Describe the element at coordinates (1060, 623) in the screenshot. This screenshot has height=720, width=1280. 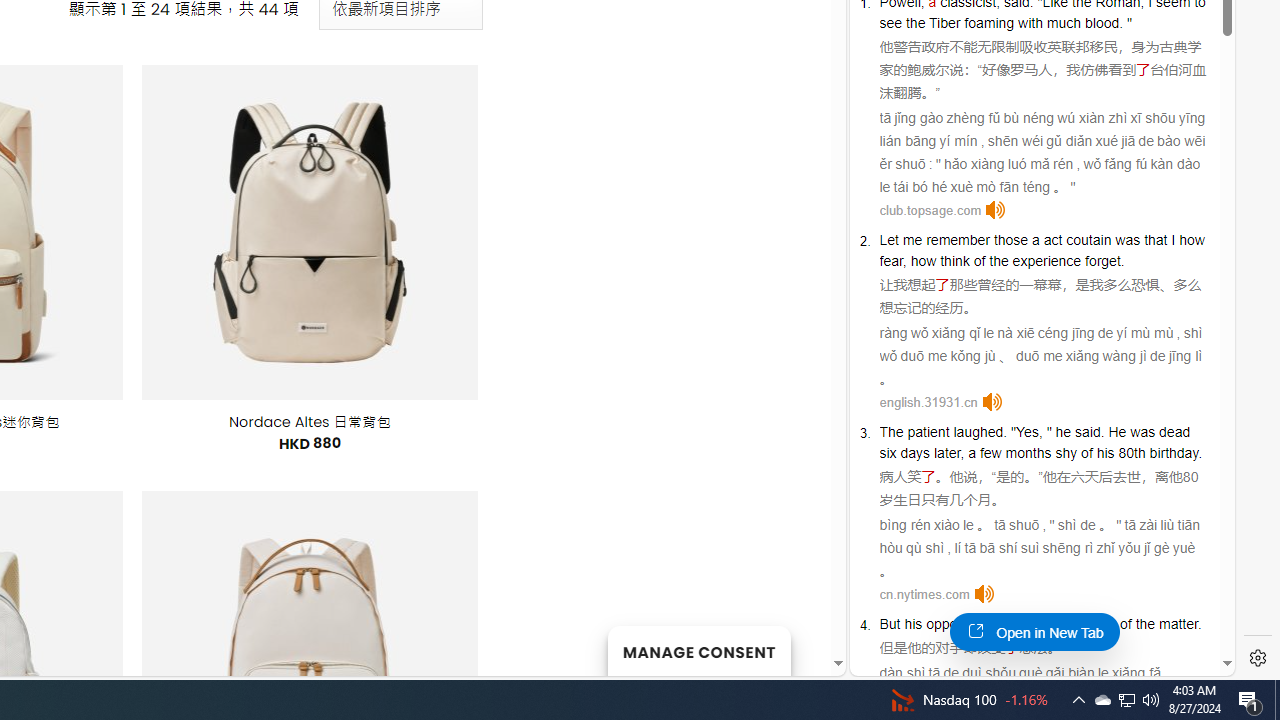
I see `'think'` at that location.